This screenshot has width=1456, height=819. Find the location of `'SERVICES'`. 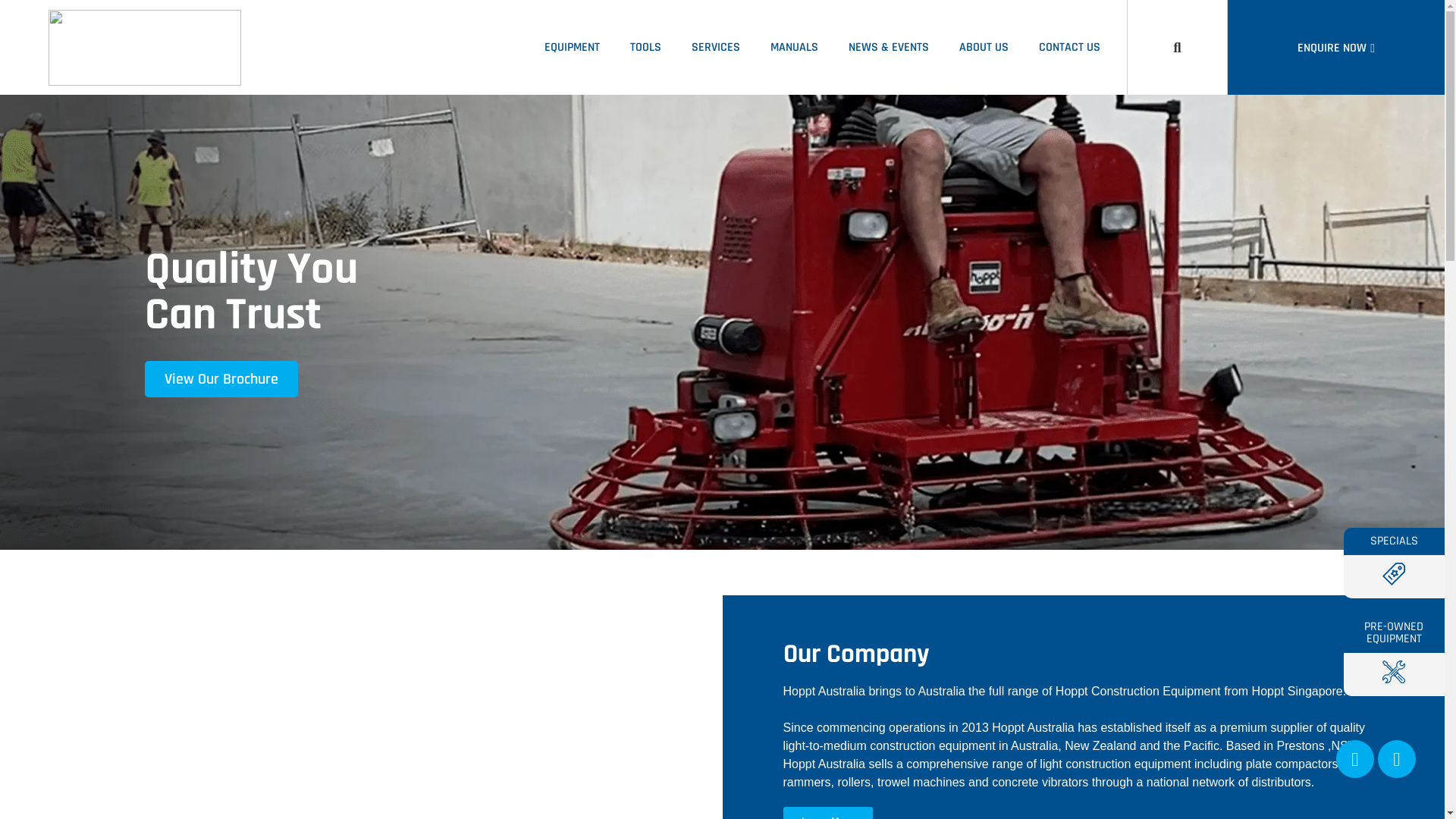

'SERVICES' is located at coordinates (676, 46).